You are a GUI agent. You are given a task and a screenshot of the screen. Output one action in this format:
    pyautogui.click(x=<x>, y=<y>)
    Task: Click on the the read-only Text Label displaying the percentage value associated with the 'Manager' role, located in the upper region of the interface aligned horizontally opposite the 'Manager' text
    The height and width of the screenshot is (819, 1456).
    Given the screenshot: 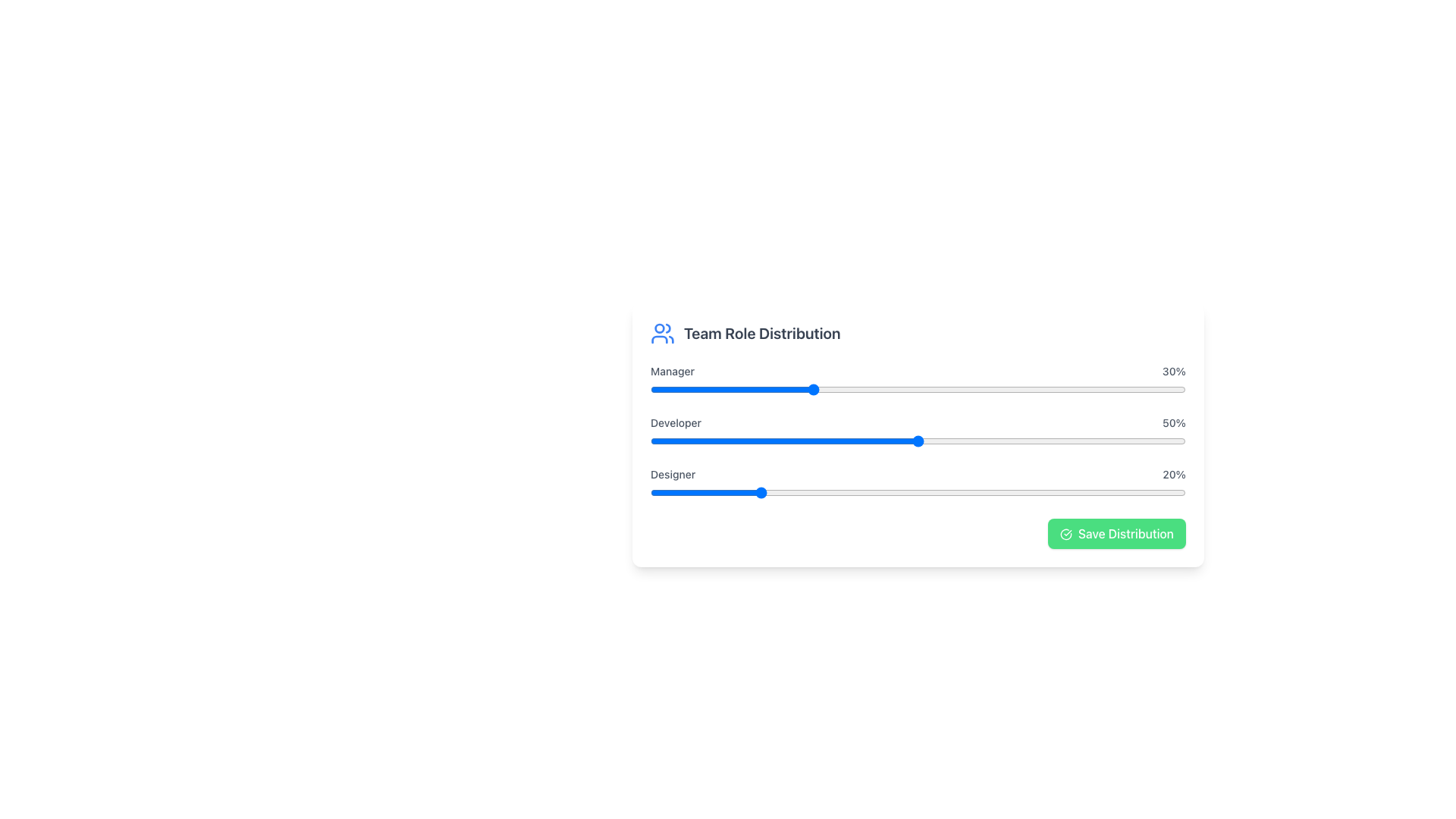 What is the action you would take?
    pyautogui.click(x=1173, y=371)
    